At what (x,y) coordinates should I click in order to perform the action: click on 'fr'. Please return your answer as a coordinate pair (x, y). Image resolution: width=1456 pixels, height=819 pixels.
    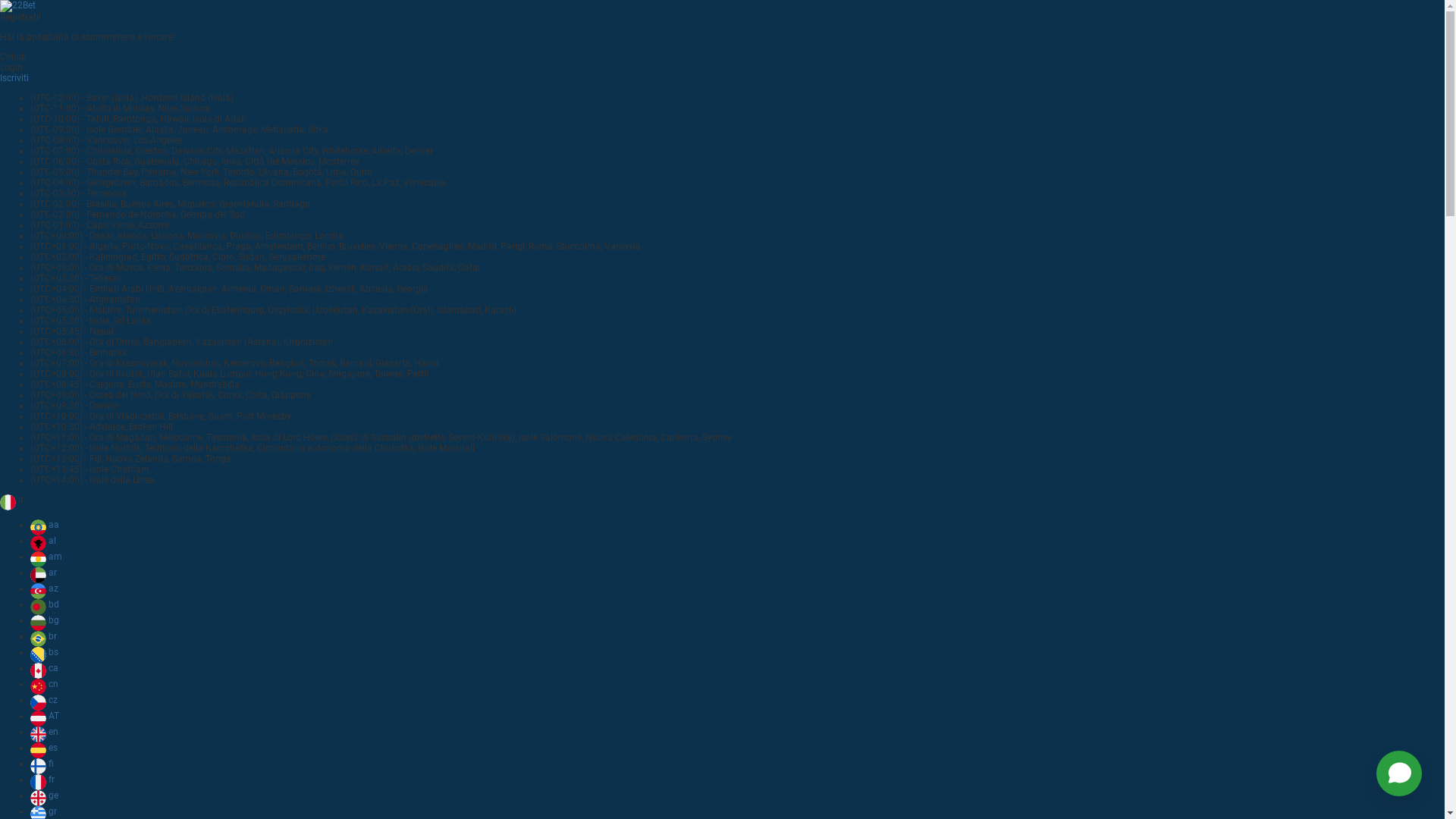
    Looking at the image, I should click on (42, 780).